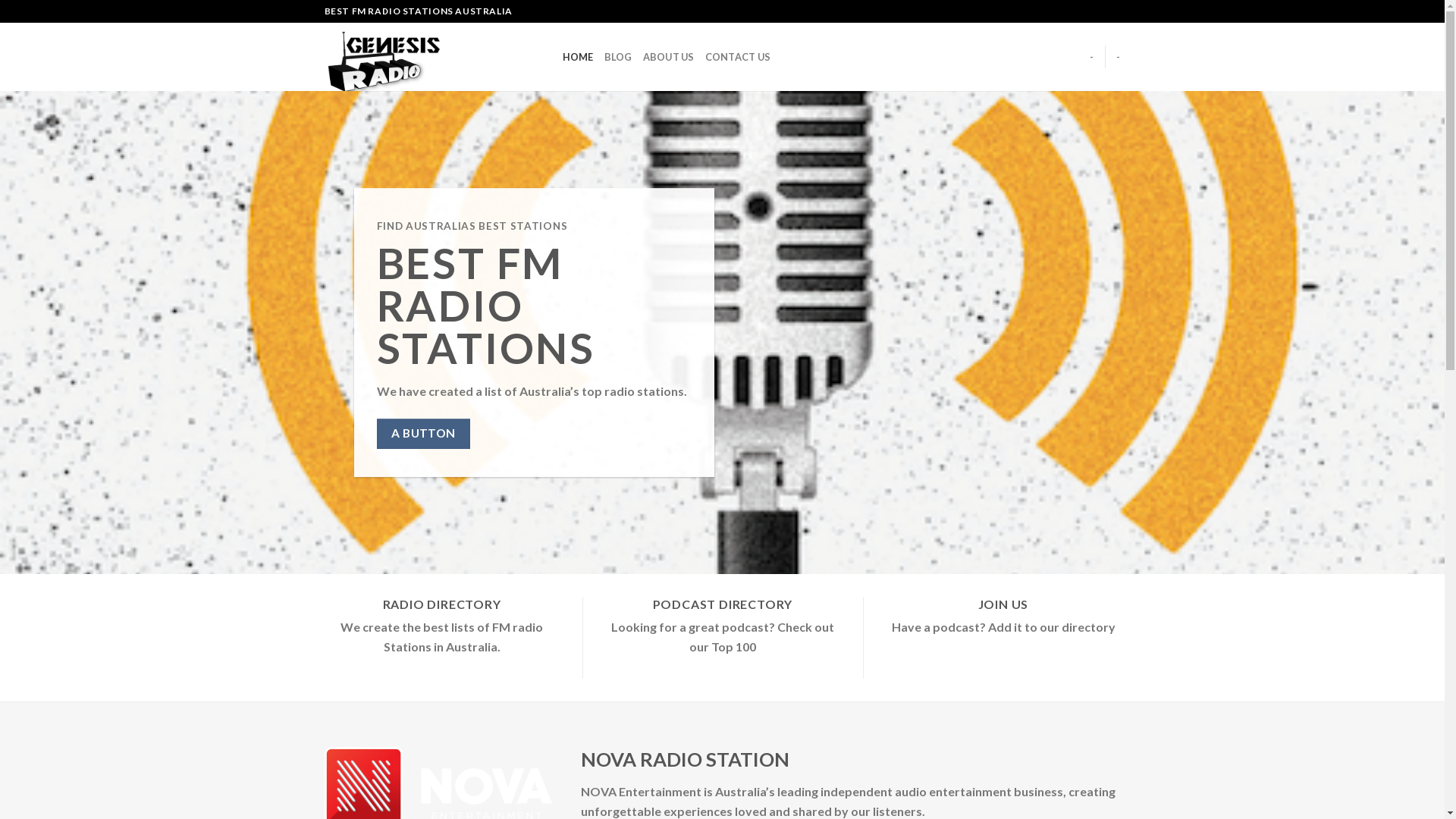  Describe the element at coordinates (422, 433) in the screenshot. I see `'A BUTTON'` at that location.